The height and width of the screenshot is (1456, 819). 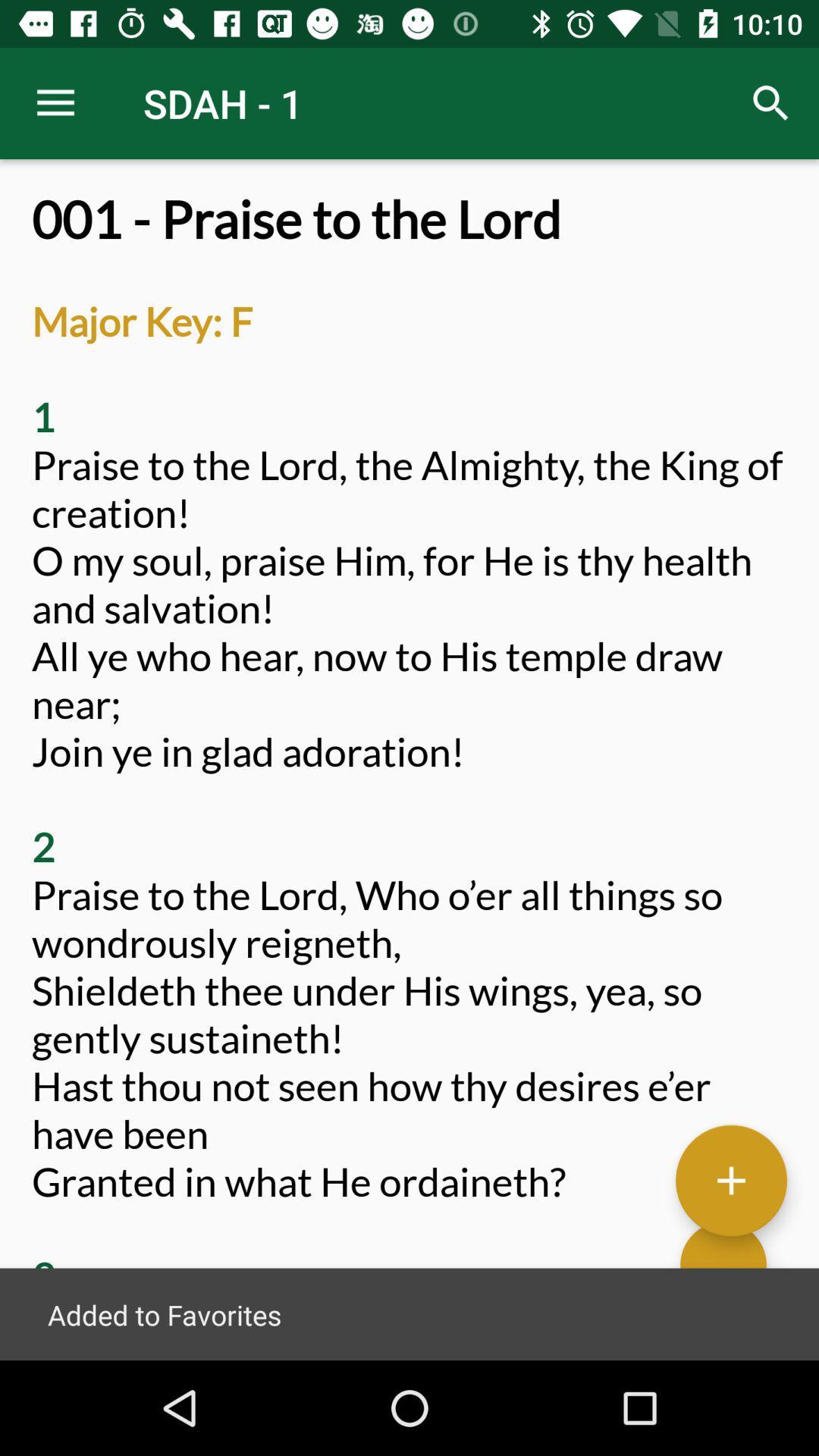 What do you see at coordinates (771, 102) in the screenshot?
I see `the item at the top right corner` at bounding box center [771, 102].